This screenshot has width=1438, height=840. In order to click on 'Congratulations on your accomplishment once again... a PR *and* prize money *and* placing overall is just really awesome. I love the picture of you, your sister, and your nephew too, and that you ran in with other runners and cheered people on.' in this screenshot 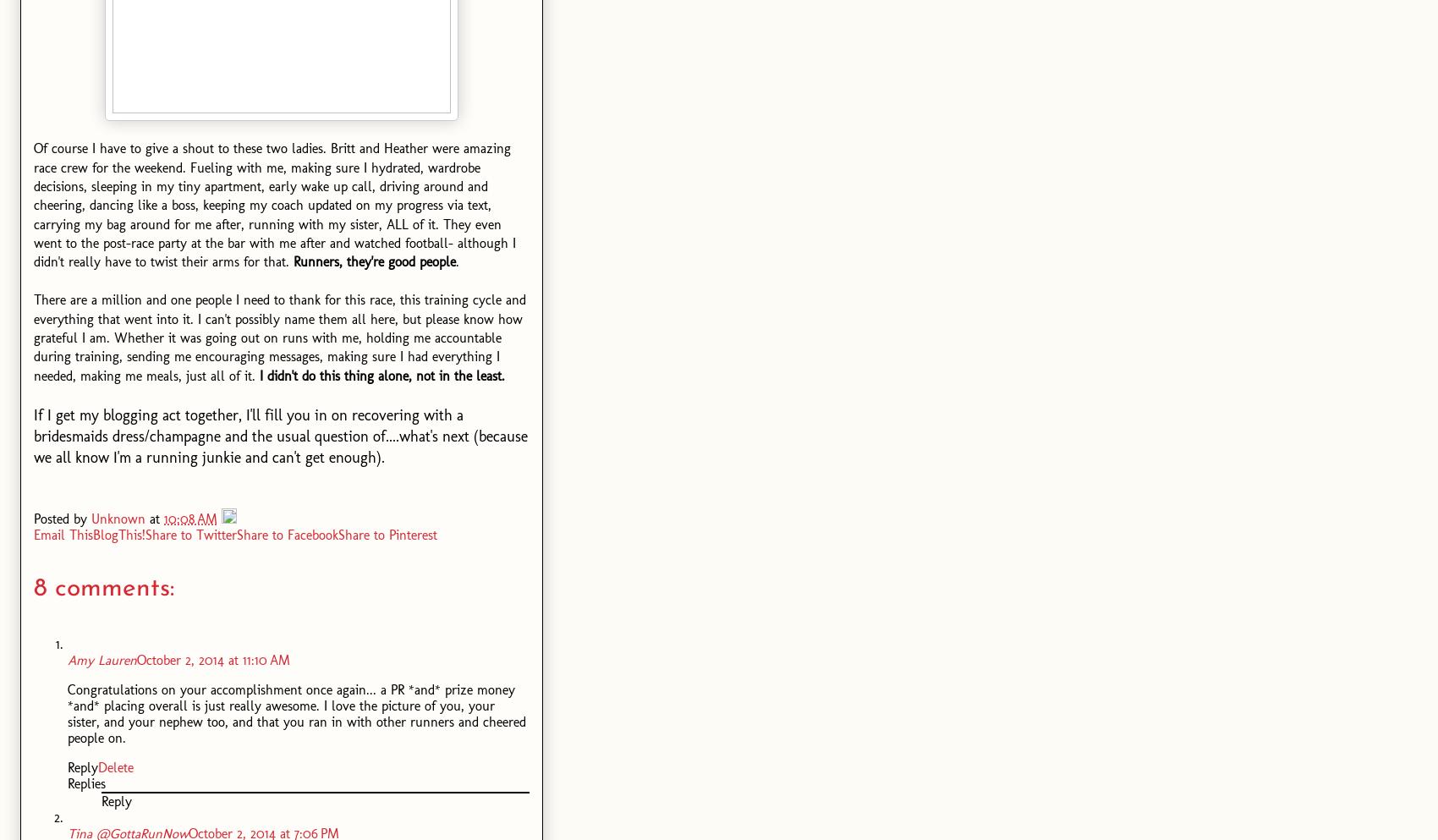, I will do `click(68, 712)`.